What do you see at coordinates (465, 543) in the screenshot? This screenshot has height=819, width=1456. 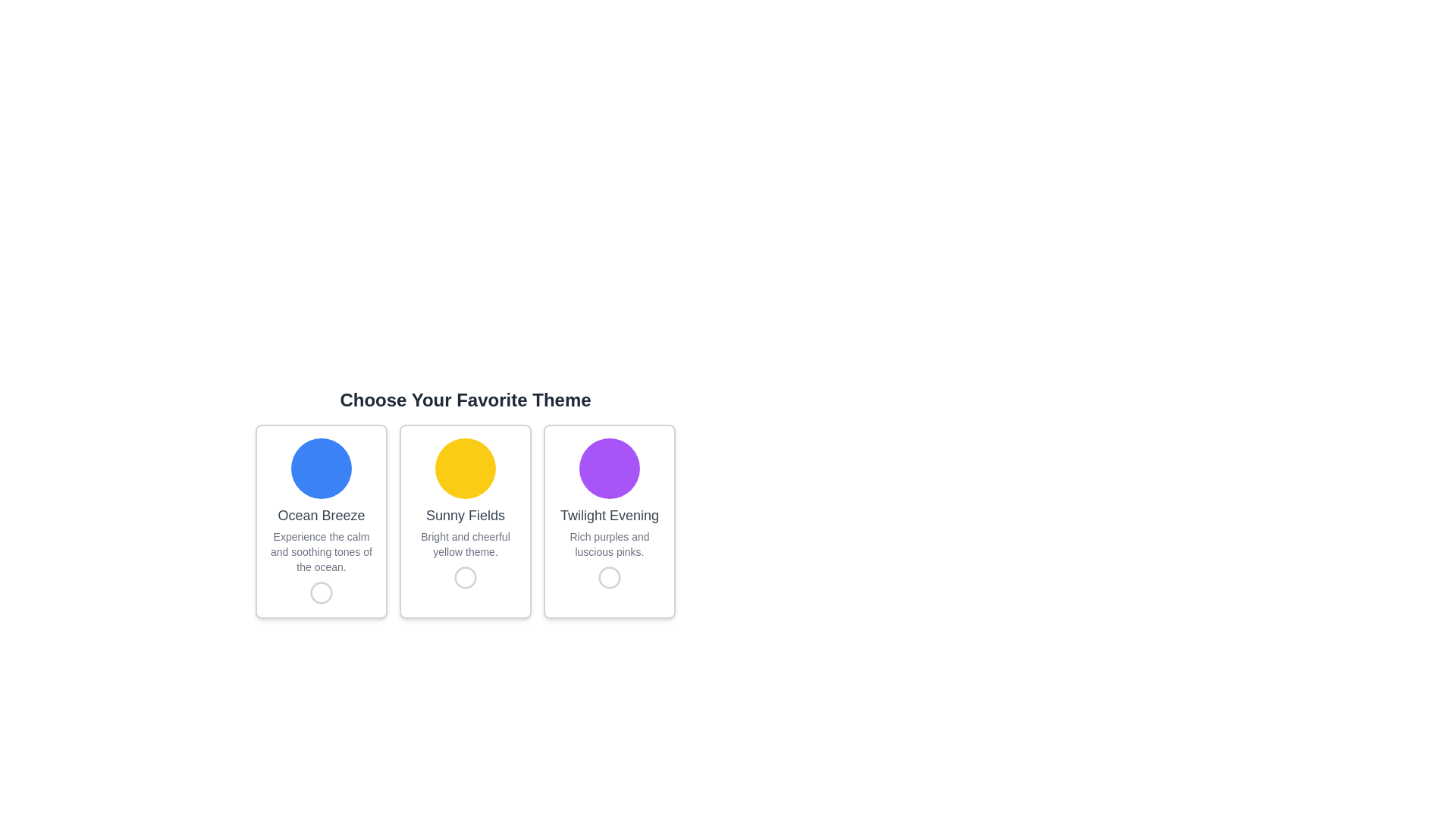 I see `the text label displaying 'Bright and cheerful yellow theme' situated below the 'Sunny Fields' title in the central card of the three-card layout` at bounding box center [465, 543].